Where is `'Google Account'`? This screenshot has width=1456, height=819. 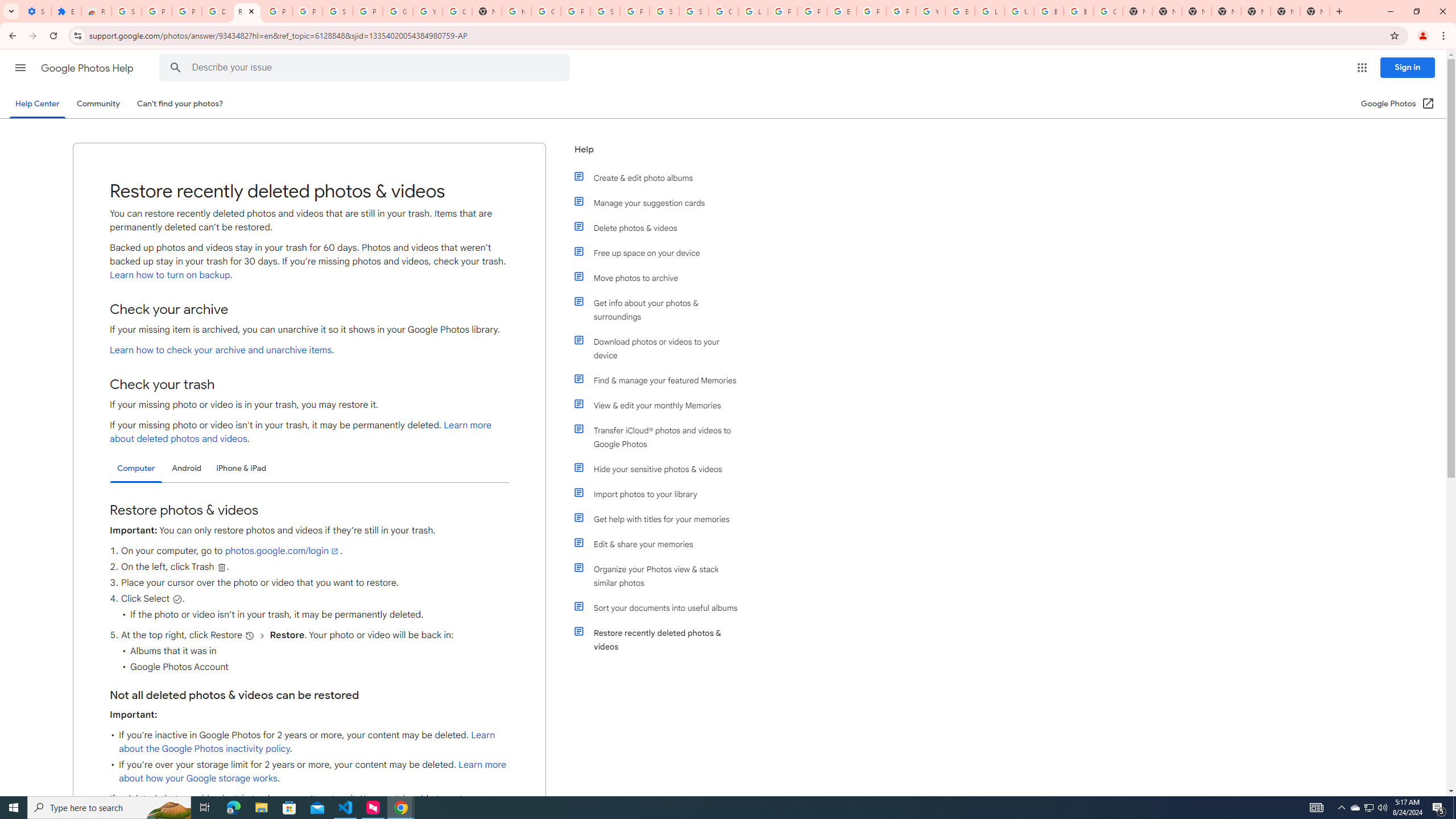
'Google Account' is located at coordinates (396, 11).